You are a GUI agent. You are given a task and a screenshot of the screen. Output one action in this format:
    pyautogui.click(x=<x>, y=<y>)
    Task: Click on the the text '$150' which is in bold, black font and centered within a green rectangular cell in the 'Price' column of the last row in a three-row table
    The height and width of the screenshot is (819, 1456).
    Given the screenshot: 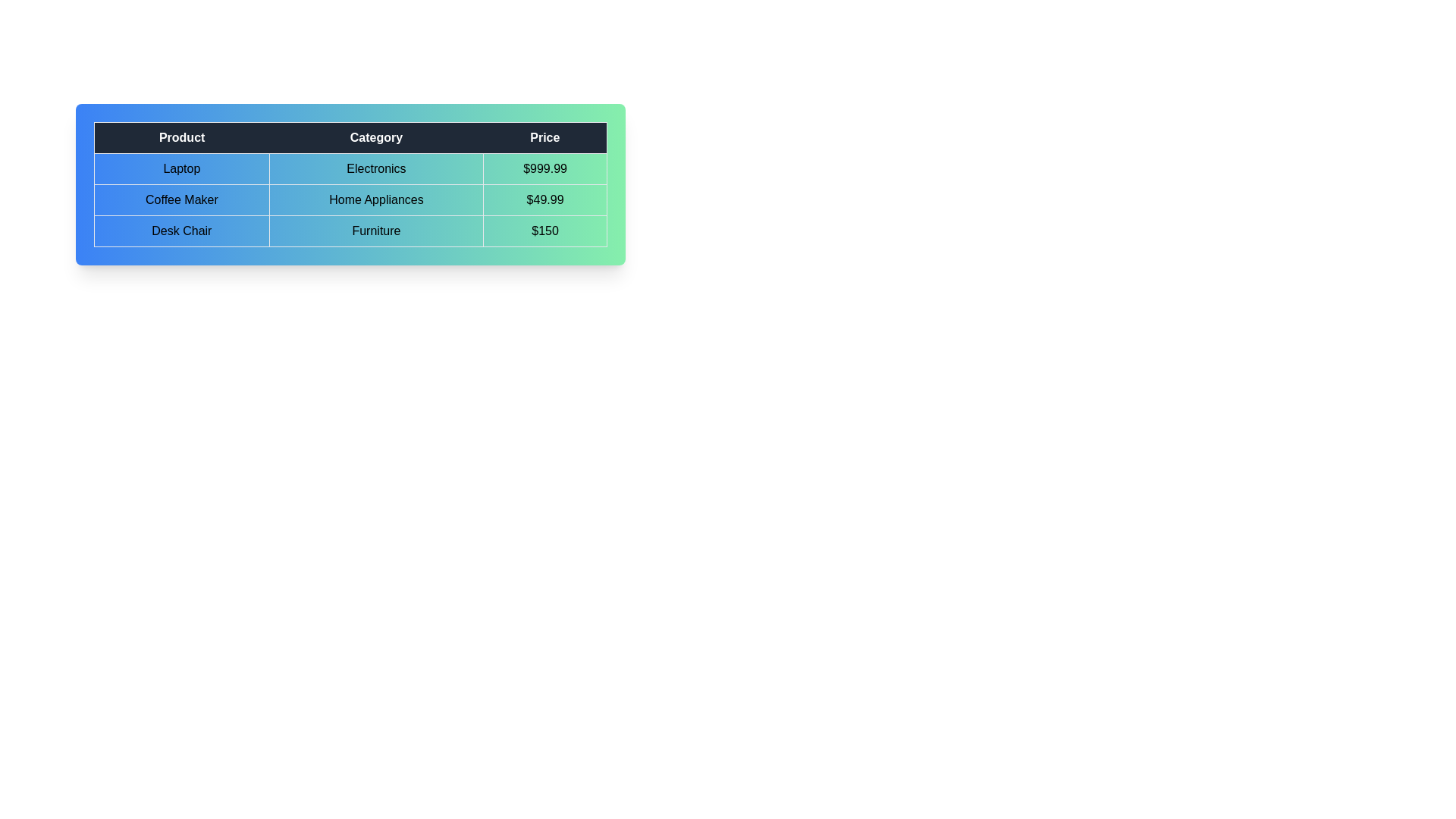 What is the action you would take?
    pyautogui.click(x=545, y=231)
    